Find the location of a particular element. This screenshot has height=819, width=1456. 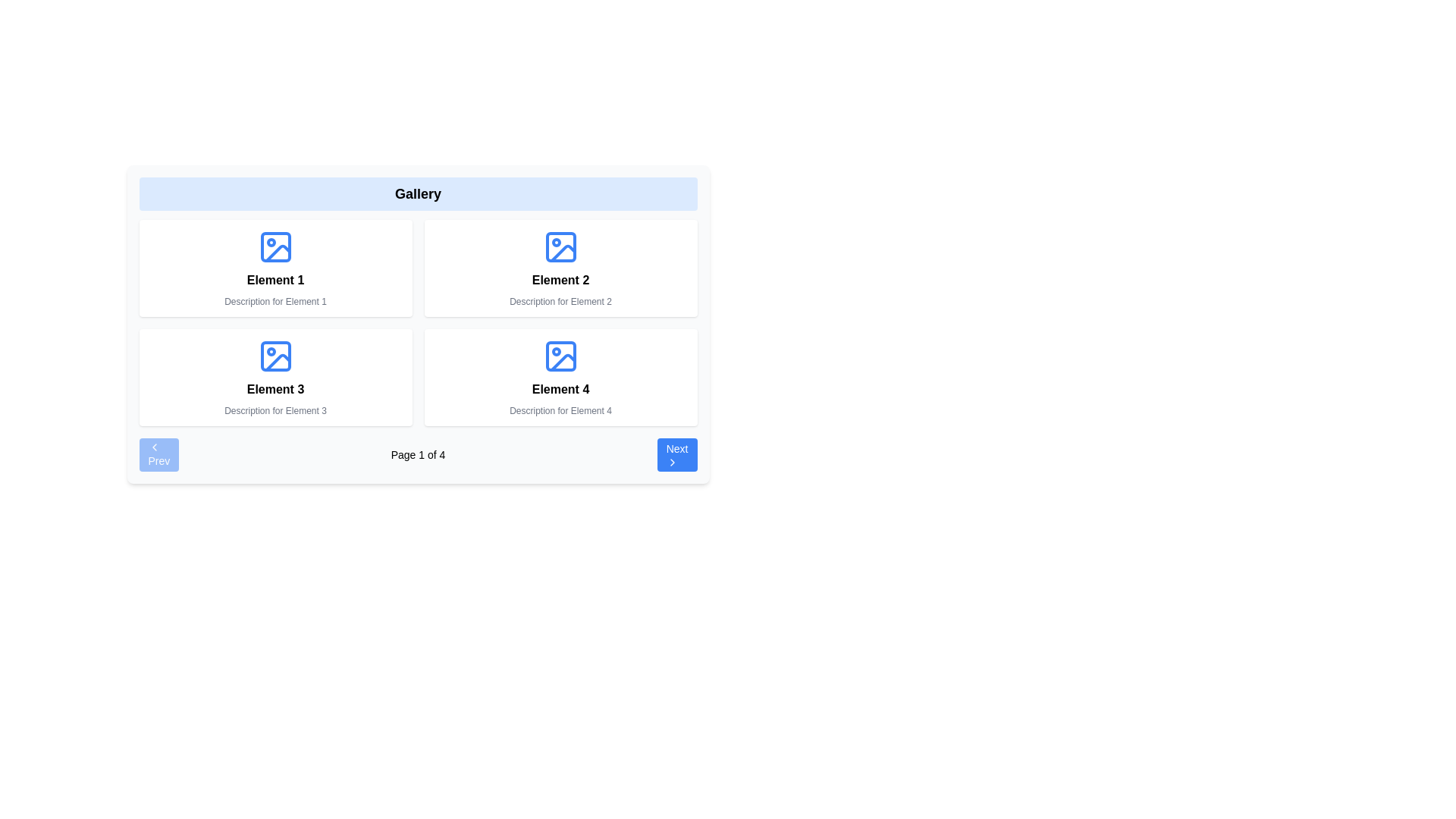

the small blue rectangle embedded within the SVG-based image icon of 'Element 4', located in the bottom-right slot of the grid layout is located at coordinates (560, 356).